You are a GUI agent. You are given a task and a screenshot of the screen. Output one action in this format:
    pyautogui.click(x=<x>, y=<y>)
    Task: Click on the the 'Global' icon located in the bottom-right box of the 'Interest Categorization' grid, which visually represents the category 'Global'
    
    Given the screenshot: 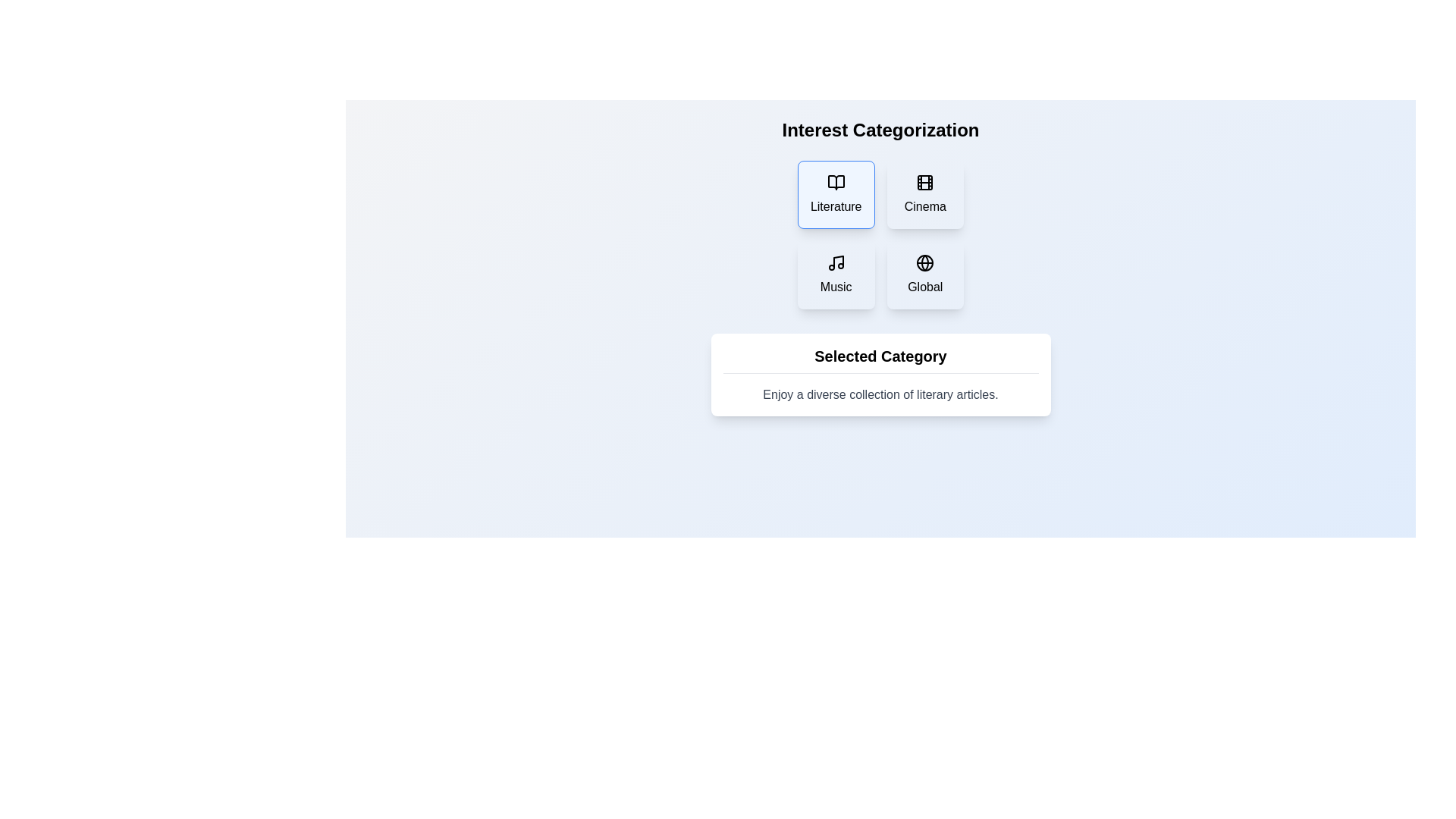 What is the action you would take?
    pyautogui.click(x=924, y=262)
    